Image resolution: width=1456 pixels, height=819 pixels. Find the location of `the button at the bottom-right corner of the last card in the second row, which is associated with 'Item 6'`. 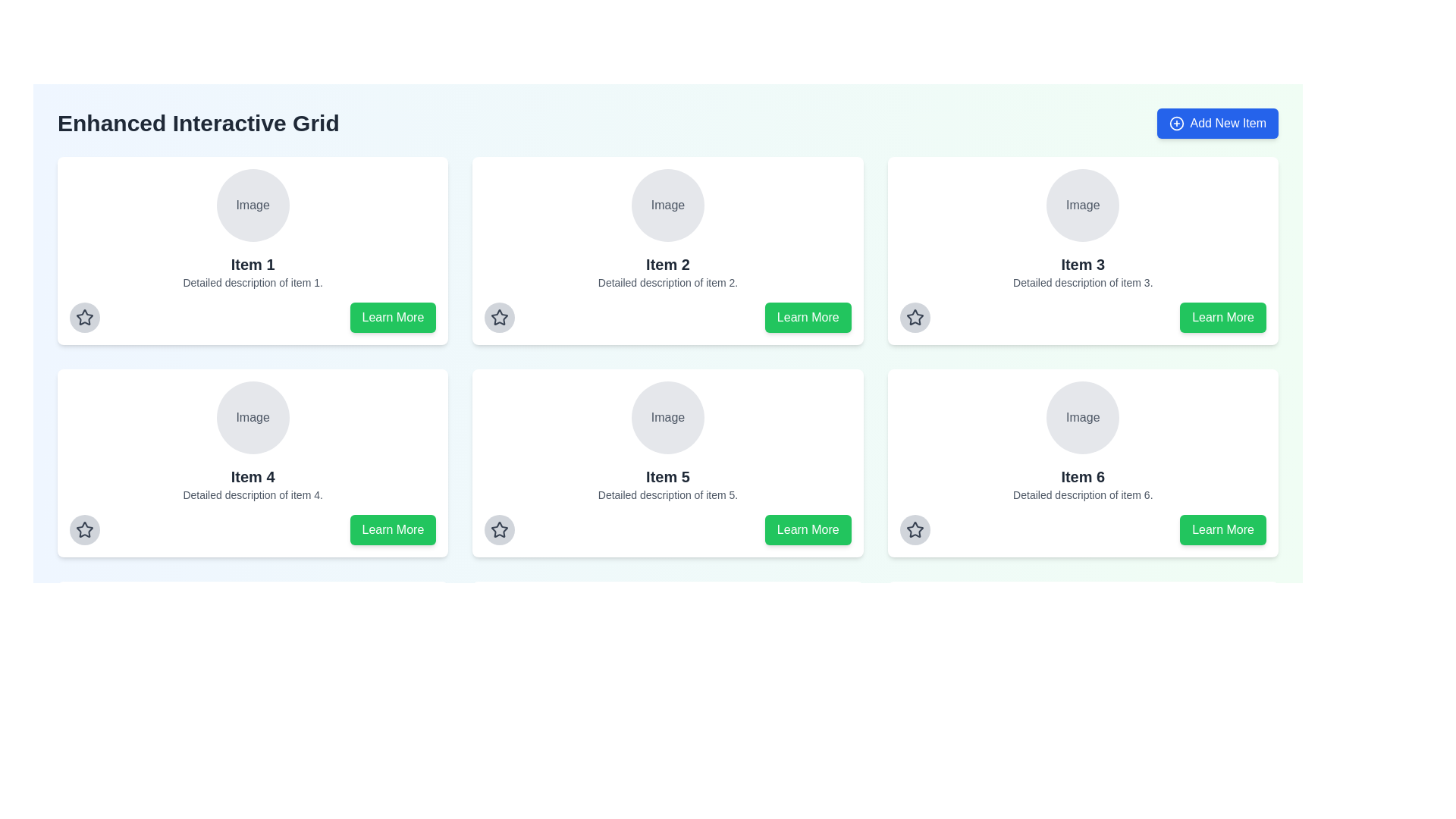

the button at the bottom-right corner of the last card in the second row, which is associated with 'Item 6' is located at coordinates (1222, 529).